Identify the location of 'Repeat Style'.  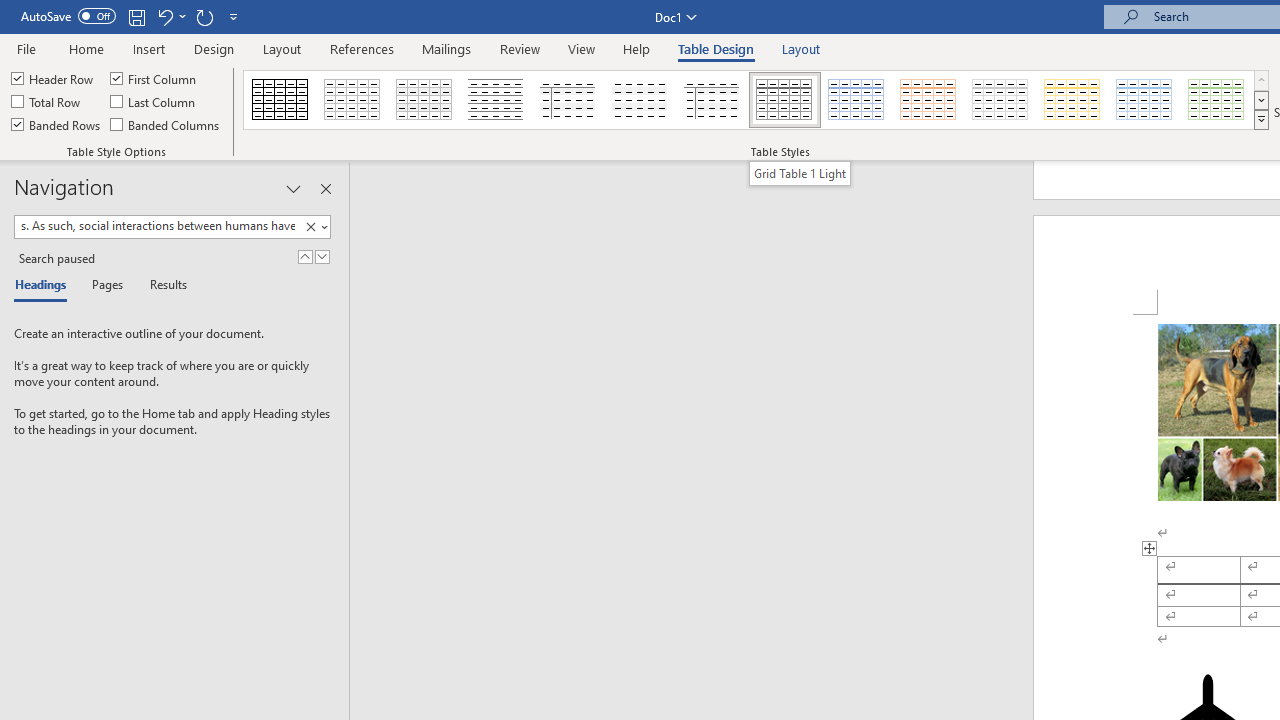
(204, 16).